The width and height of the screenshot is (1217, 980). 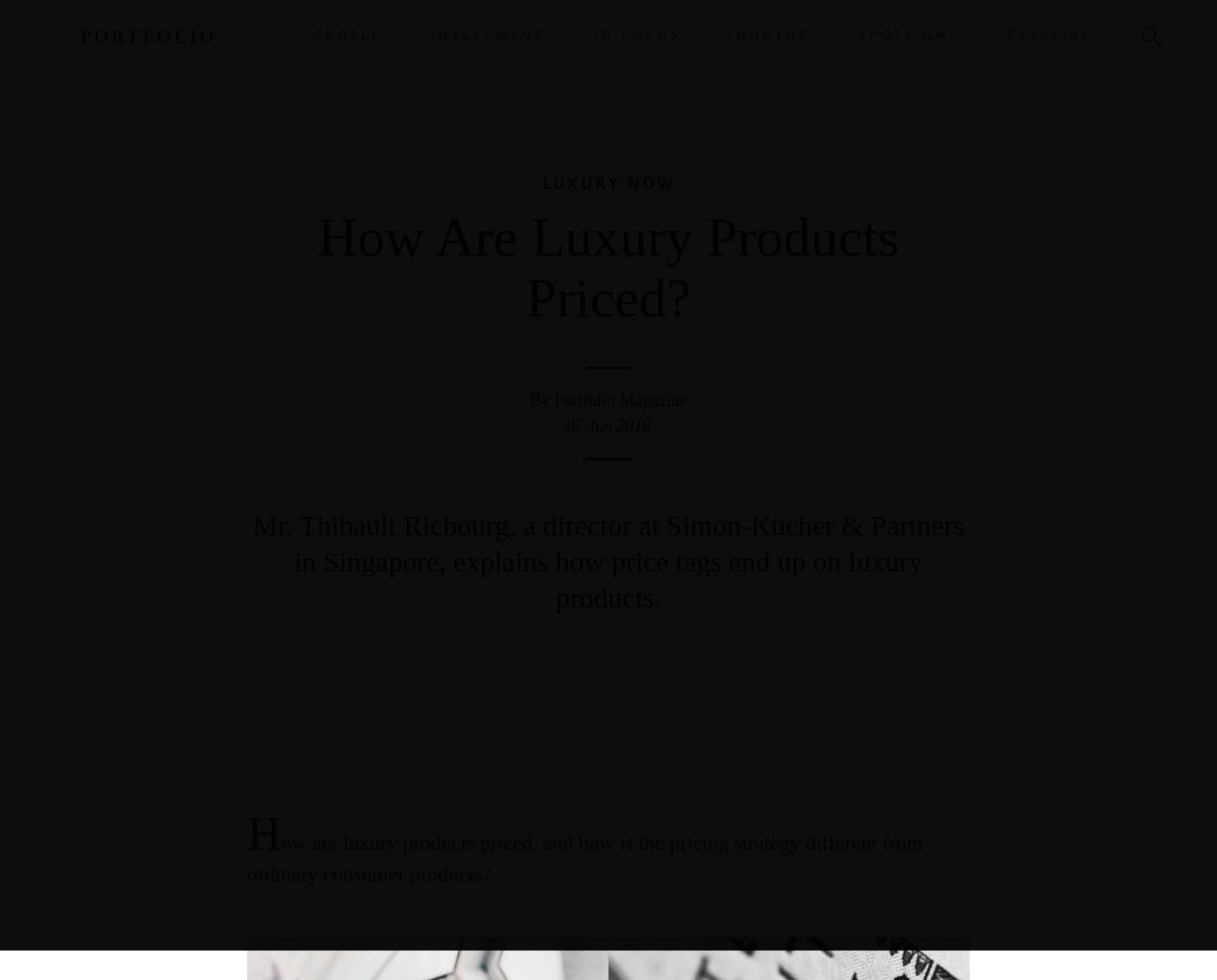 What do you see at coordinates (348, 34) in the screenshot?
I see `'PEOPLE'` at bounding box center [348, 34].